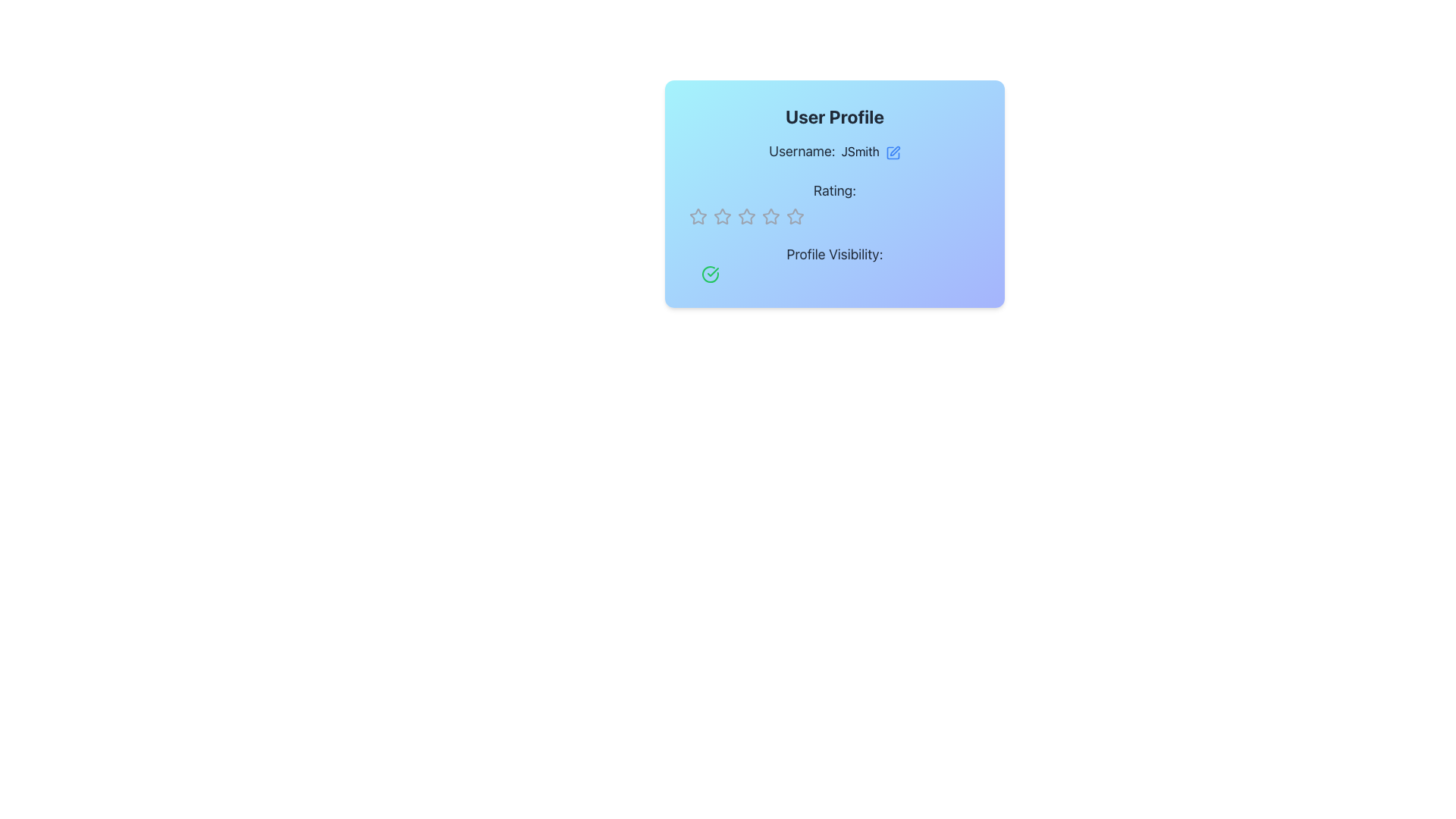  Describe the element at coordinates (833, 190) in the screenshot. I see `the Text Label indicating the purpose of the star rating system in the User Profile card component, which is positioned above the star icons and below the username display` at that location.